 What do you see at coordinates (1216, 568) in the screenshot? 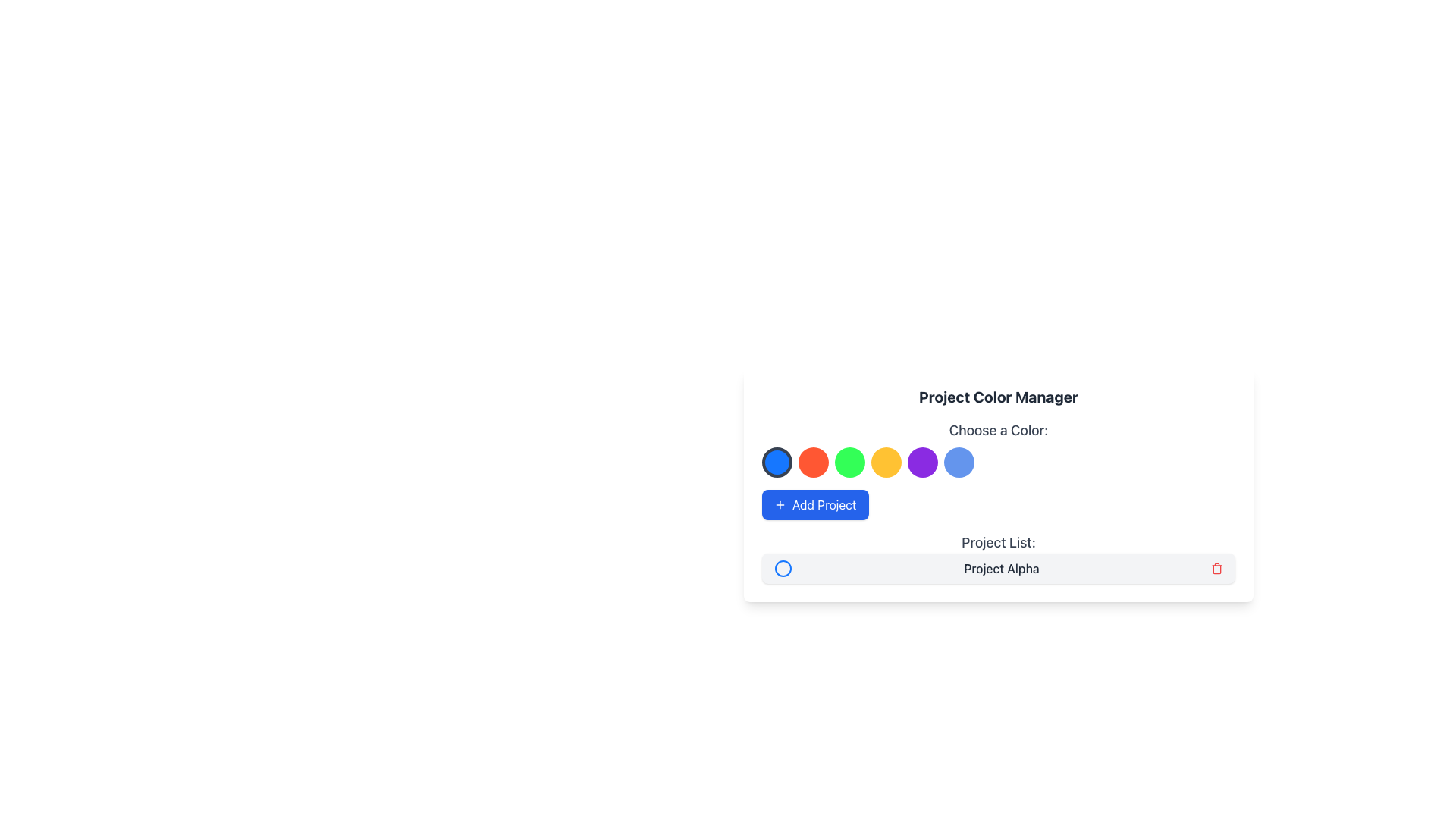
I see `the red trash icon representing the delete action for the 'Project Alpha' list item` at bounding box center [1216, 568].